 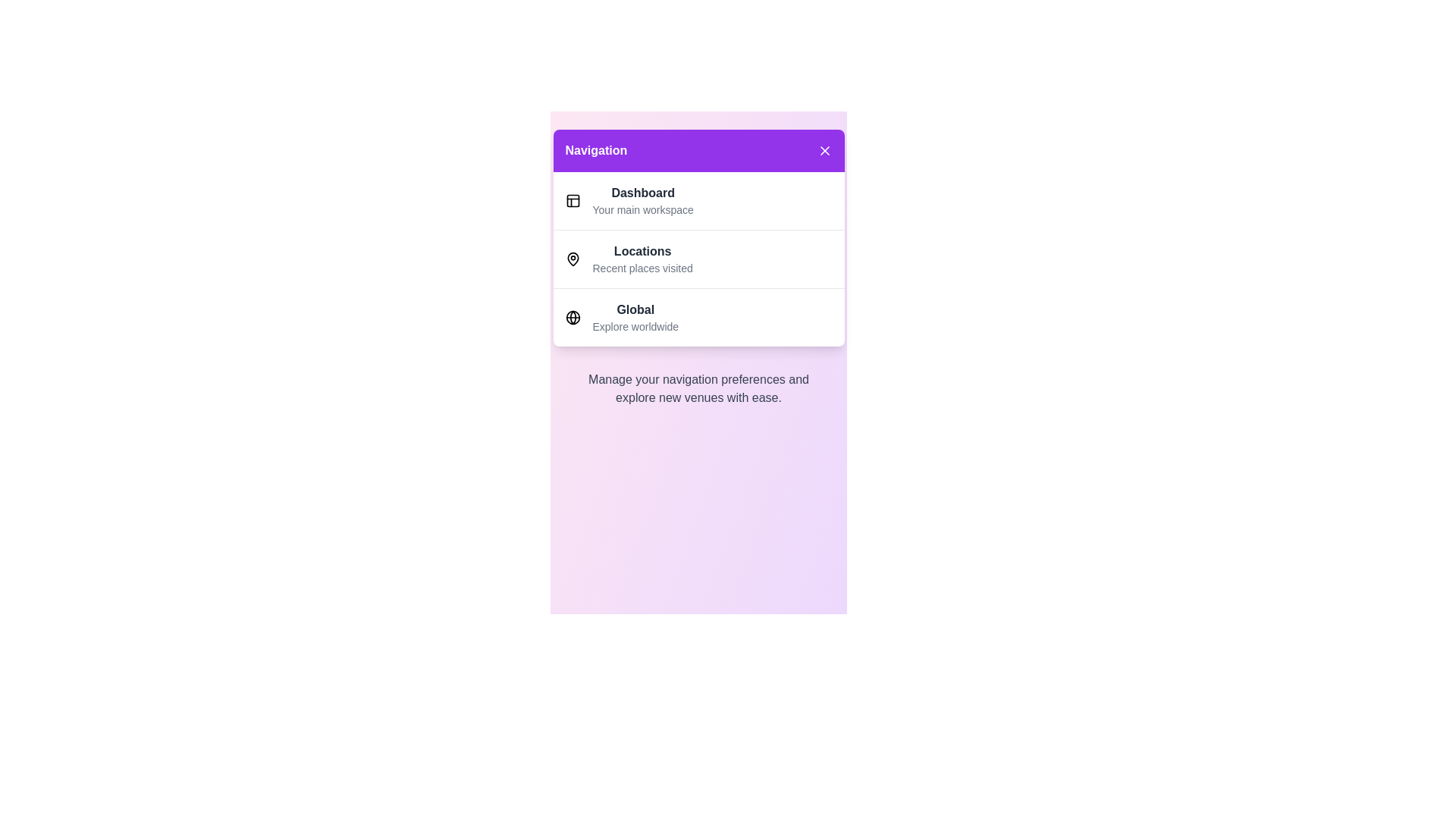 I want to click on the menu item Locations to explore its details, so click(x=642, y=259).